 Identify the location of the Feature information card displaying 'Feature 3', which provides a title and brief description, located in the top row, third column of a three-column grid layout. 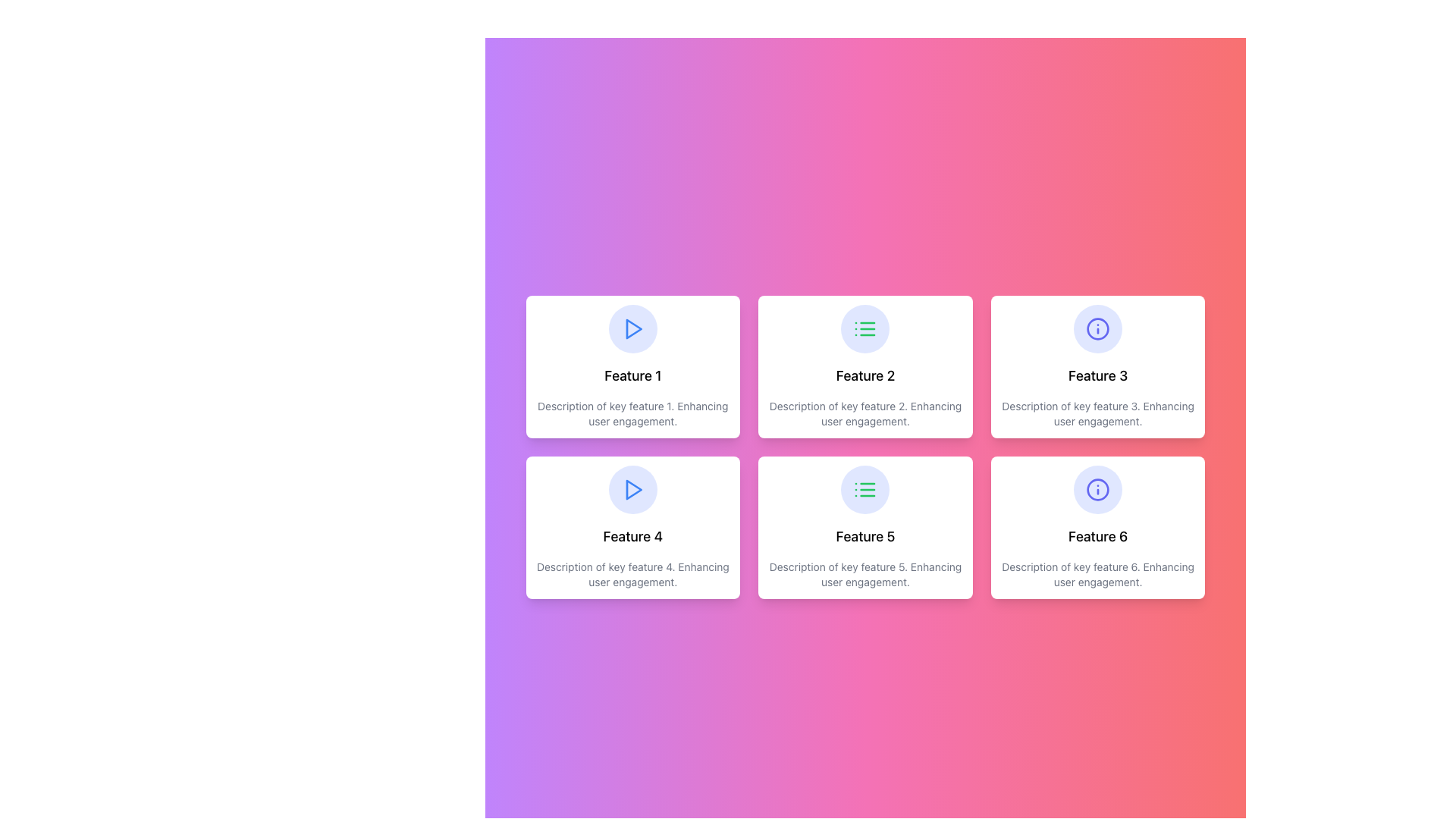
(1098, 366).